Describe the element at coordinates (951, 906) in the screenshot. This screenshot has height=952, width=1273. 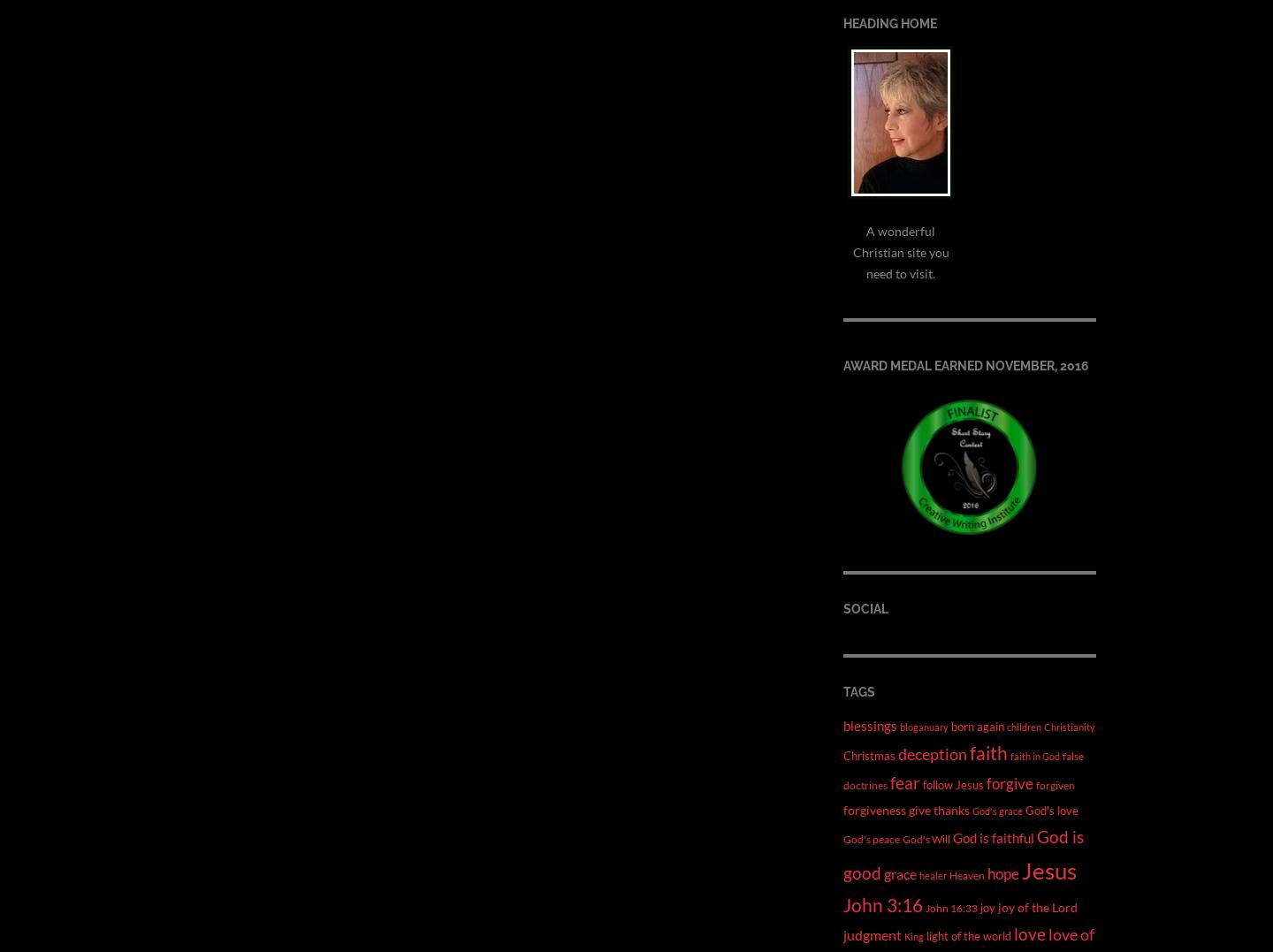
I see `'John 16:33'` at that location.